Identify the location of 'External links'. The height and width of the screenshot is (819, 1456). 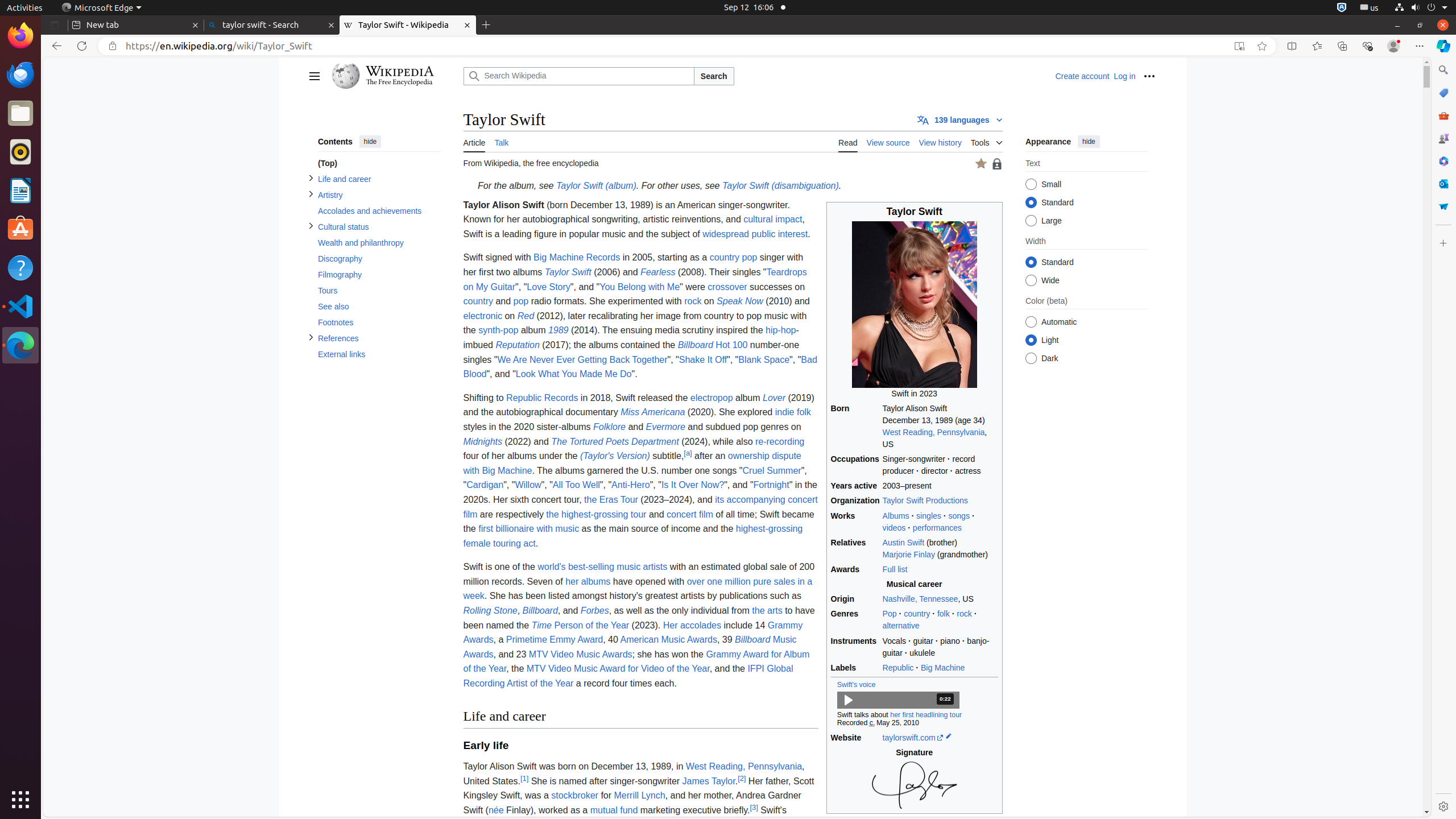
(378, 354).